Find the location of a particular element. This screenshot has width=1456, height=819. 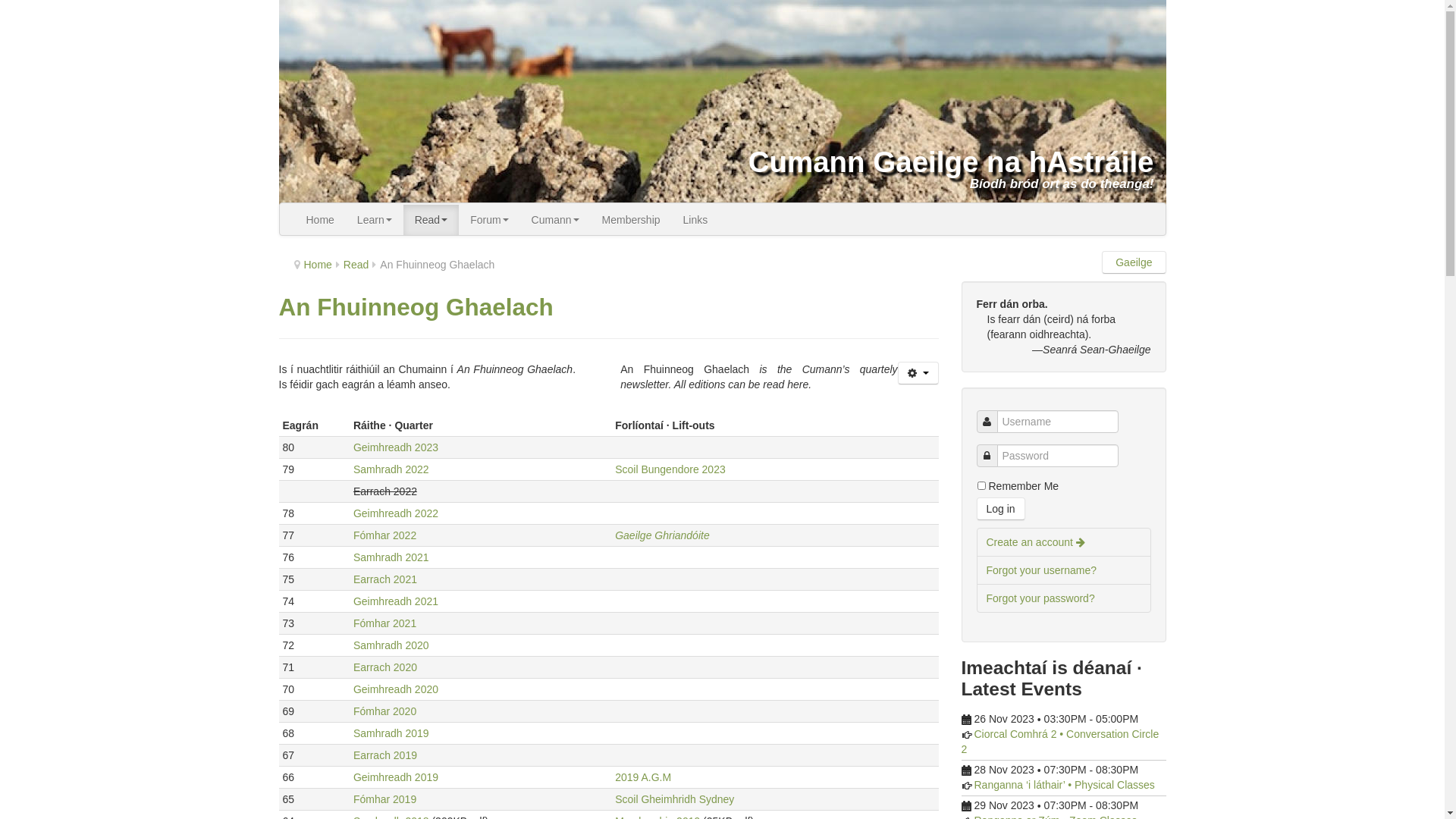

'Samhradh 2019' is located at coordinates (391, 733).